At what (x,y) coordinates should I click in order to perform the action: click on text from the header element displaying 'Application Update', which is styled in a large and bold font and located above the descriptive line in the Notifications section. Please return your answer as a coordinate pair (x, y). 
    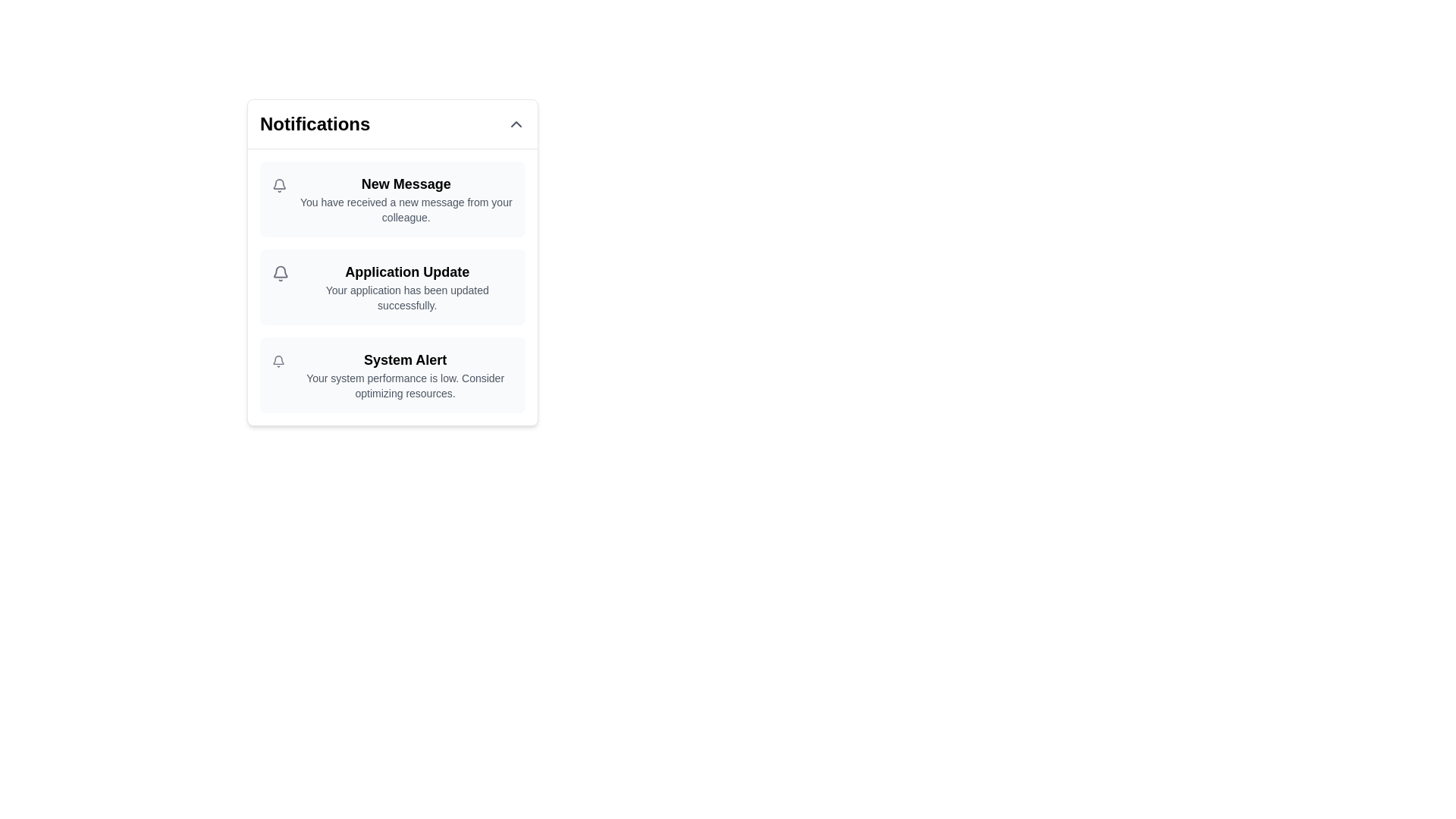
    Looking at the image, I should click on (407, 271).